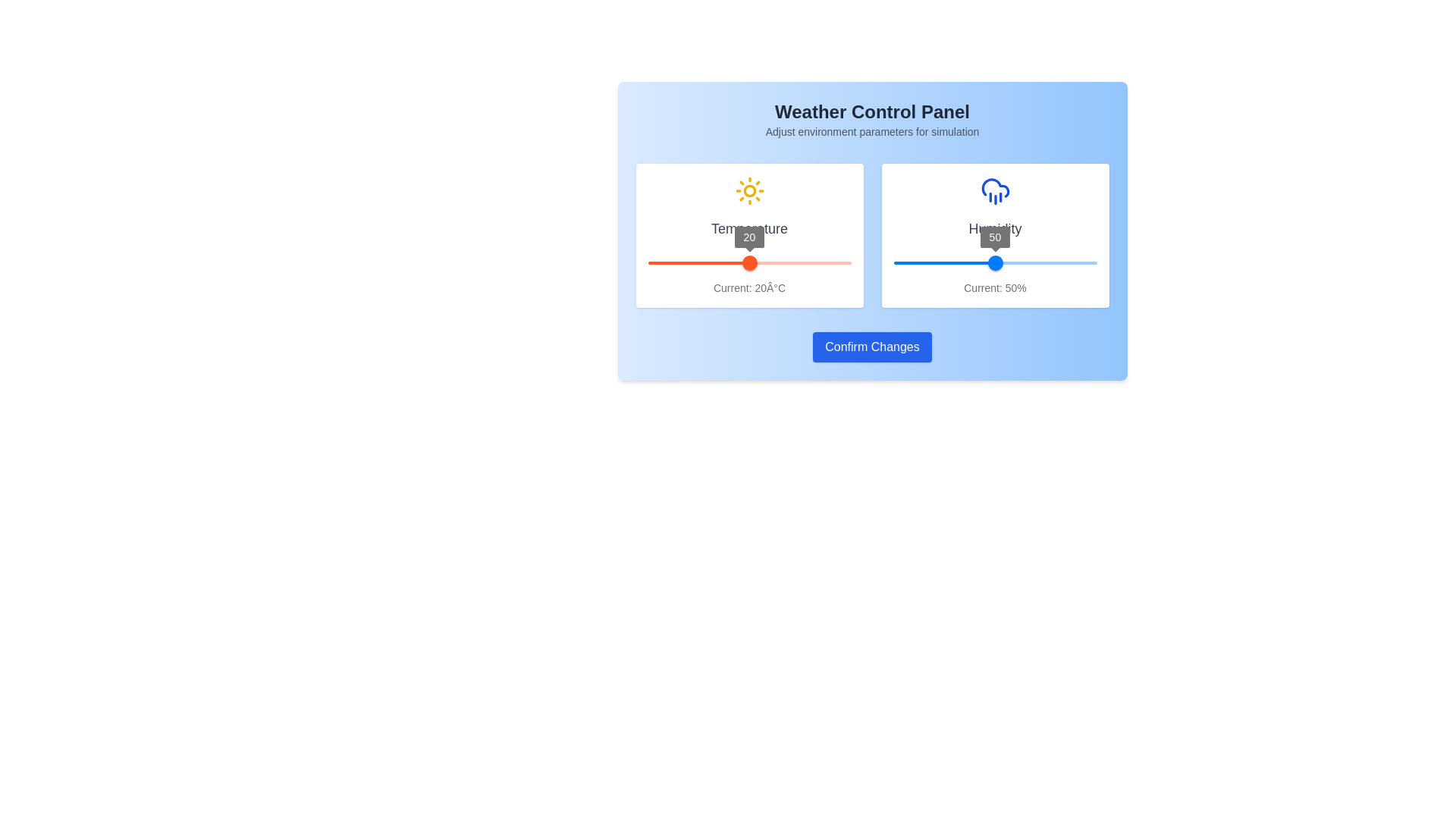 This screenshot has width=1456, height=819. Describe the element at coordinates (905, 262) in the screenshot. I see `humidity` at that location.